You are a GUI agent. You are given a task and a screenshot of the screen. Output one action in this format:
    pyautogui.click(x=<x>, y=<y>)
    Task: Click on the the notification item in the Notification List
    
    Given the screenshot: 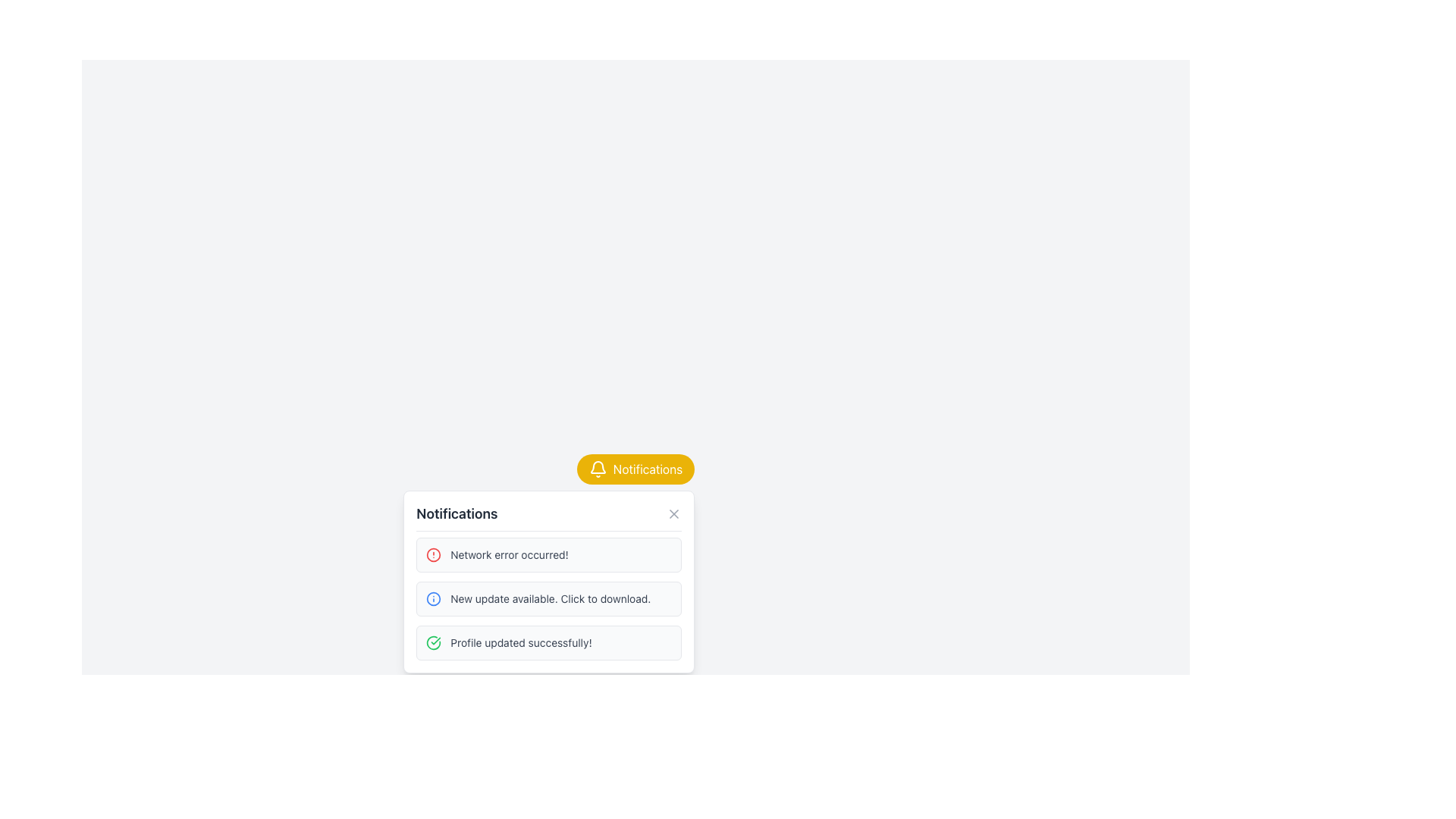 What is the action you would take?
    pyautogui.click(x=548, y=598)
    